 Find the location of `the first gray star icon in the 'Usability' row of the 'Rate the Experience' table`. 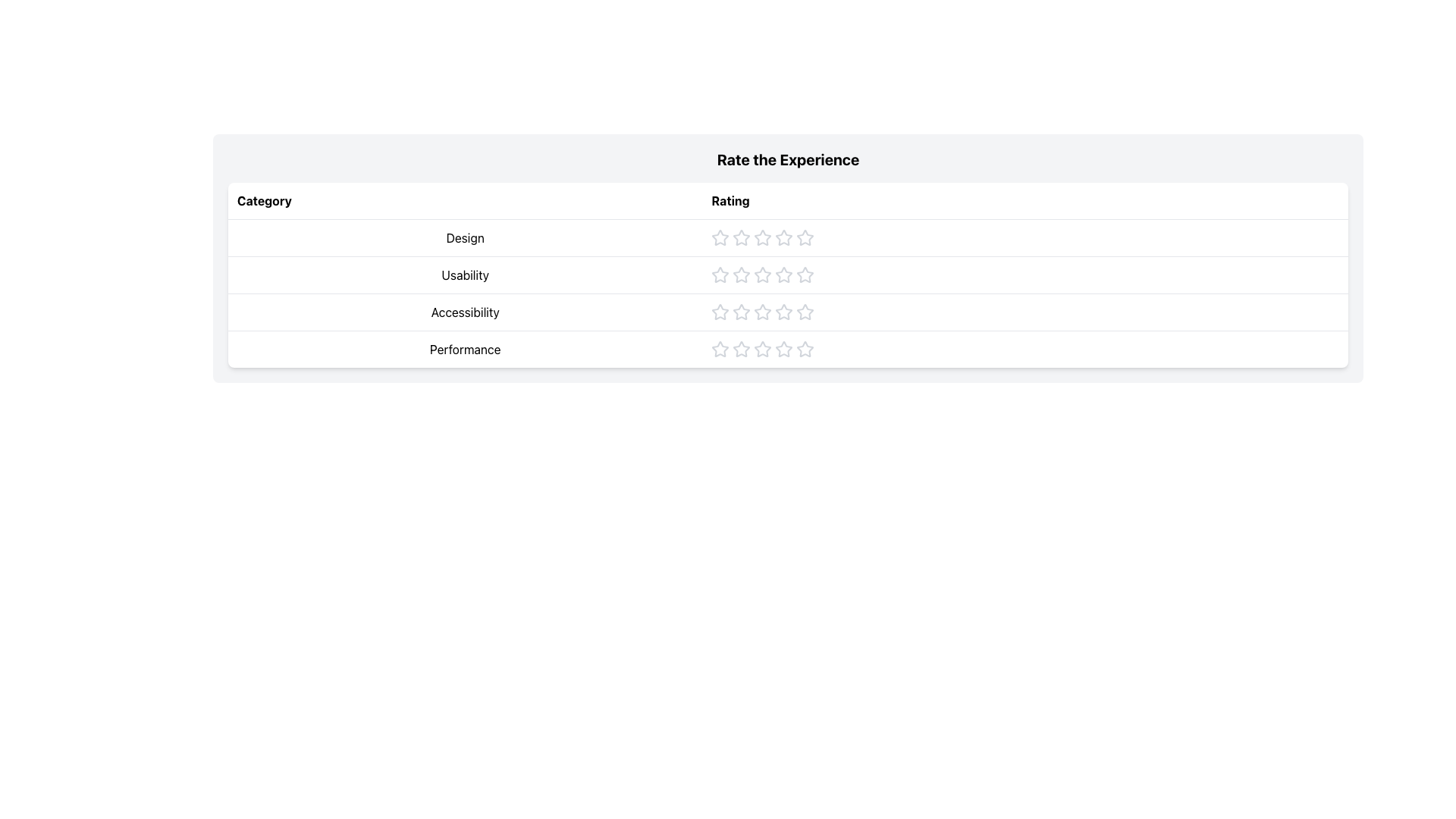

the first gray star icon in the 'Usability' row of the 'Rate the Experience' table is located at coordinates (720, 275).